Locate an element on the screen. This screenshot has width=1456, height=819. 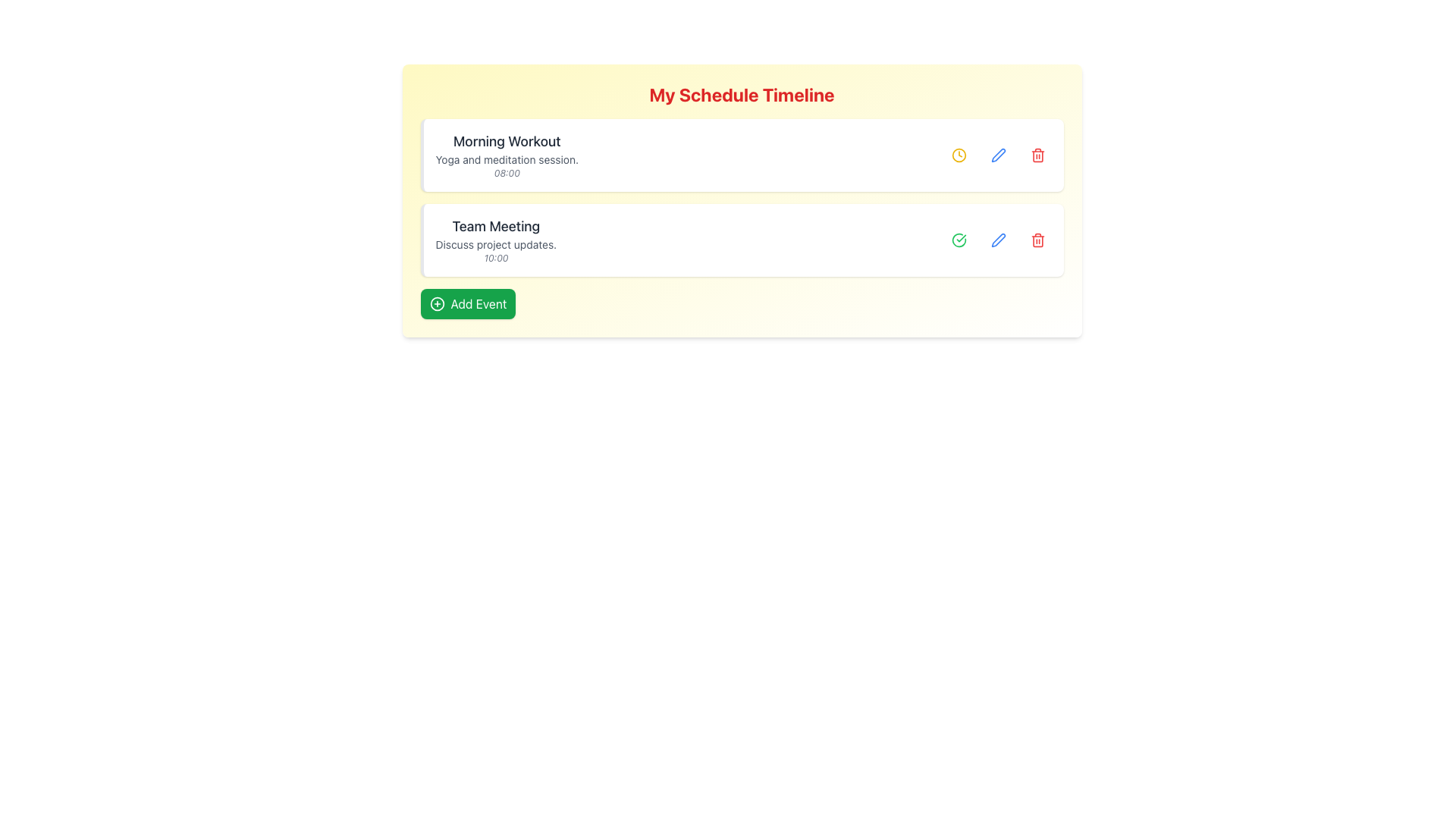
the icon button related to the completion or selection of the 'Team Meeting' schedule item, which is positioned to the left of the edit icon and to the right of the main text content is located at coordinates (958, 239).